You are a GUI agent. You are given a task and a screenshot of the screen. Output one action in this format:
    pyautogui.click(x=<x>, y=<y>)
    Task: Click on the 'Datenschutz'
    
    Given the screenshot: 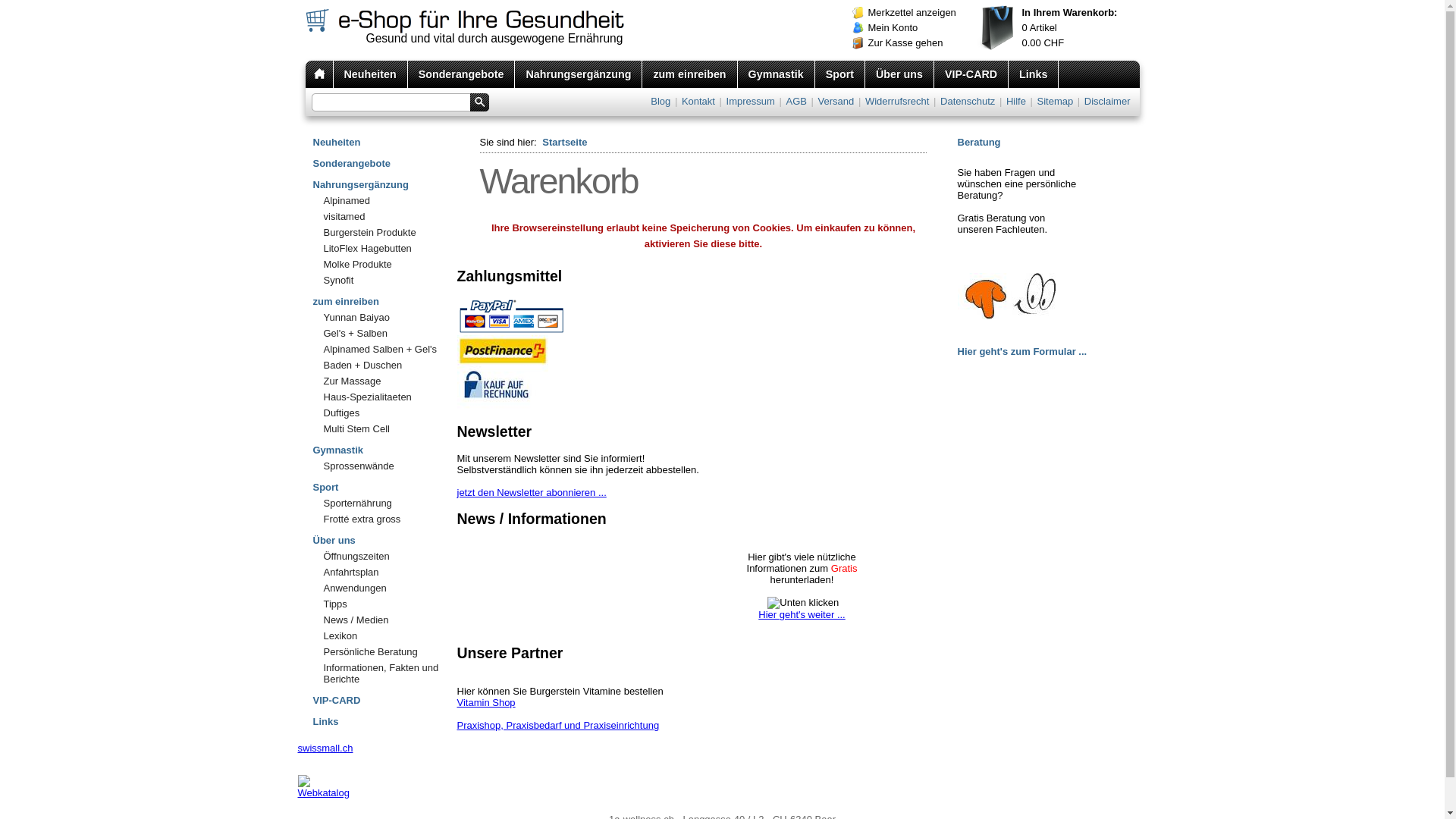 What is the action you would take?
    pyautogui.click(x=967, y=101)
    